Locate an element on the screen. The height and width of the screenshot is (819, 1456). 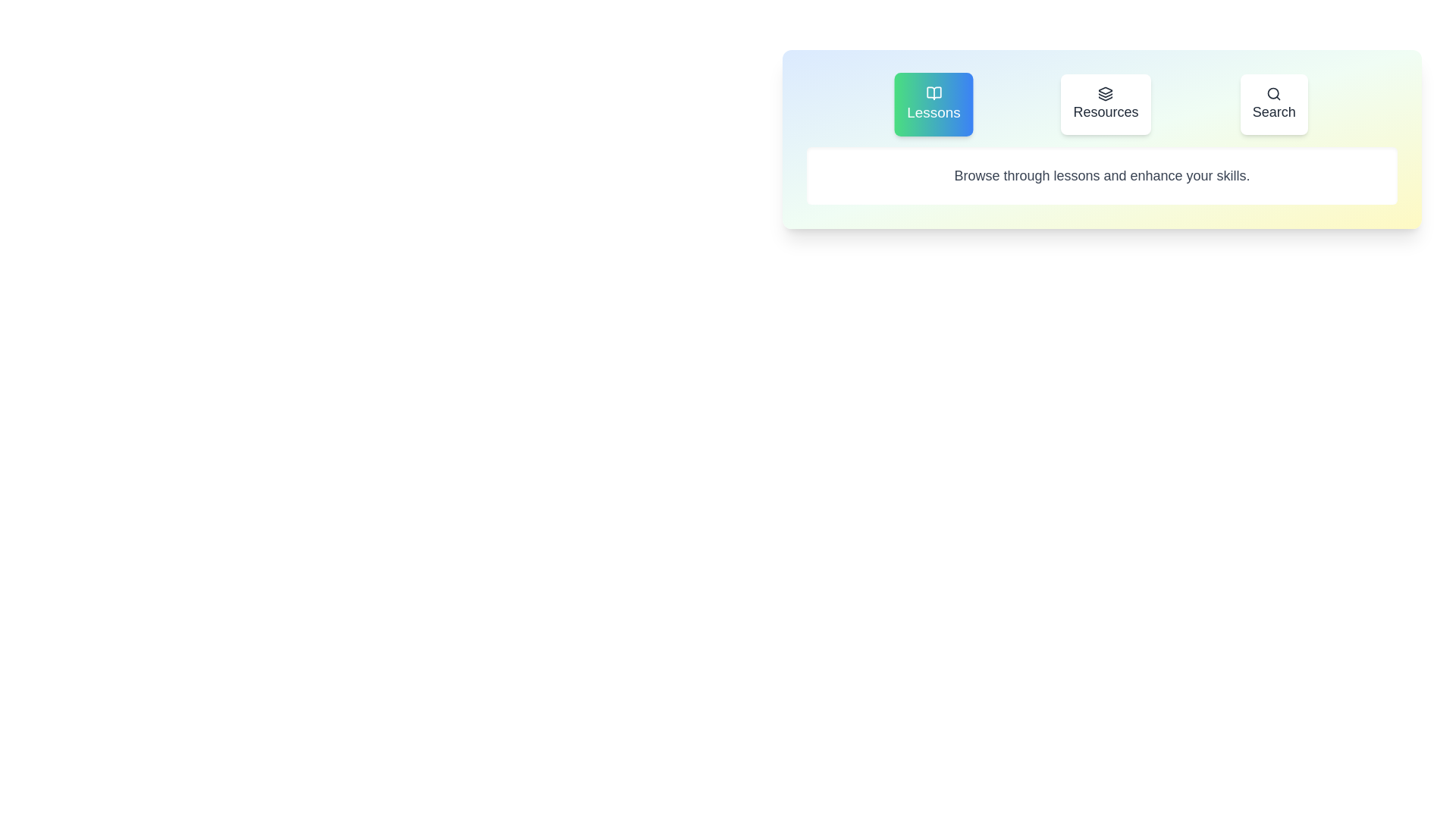
the Resources tab to view its content is located at coordinates (1106, 104).